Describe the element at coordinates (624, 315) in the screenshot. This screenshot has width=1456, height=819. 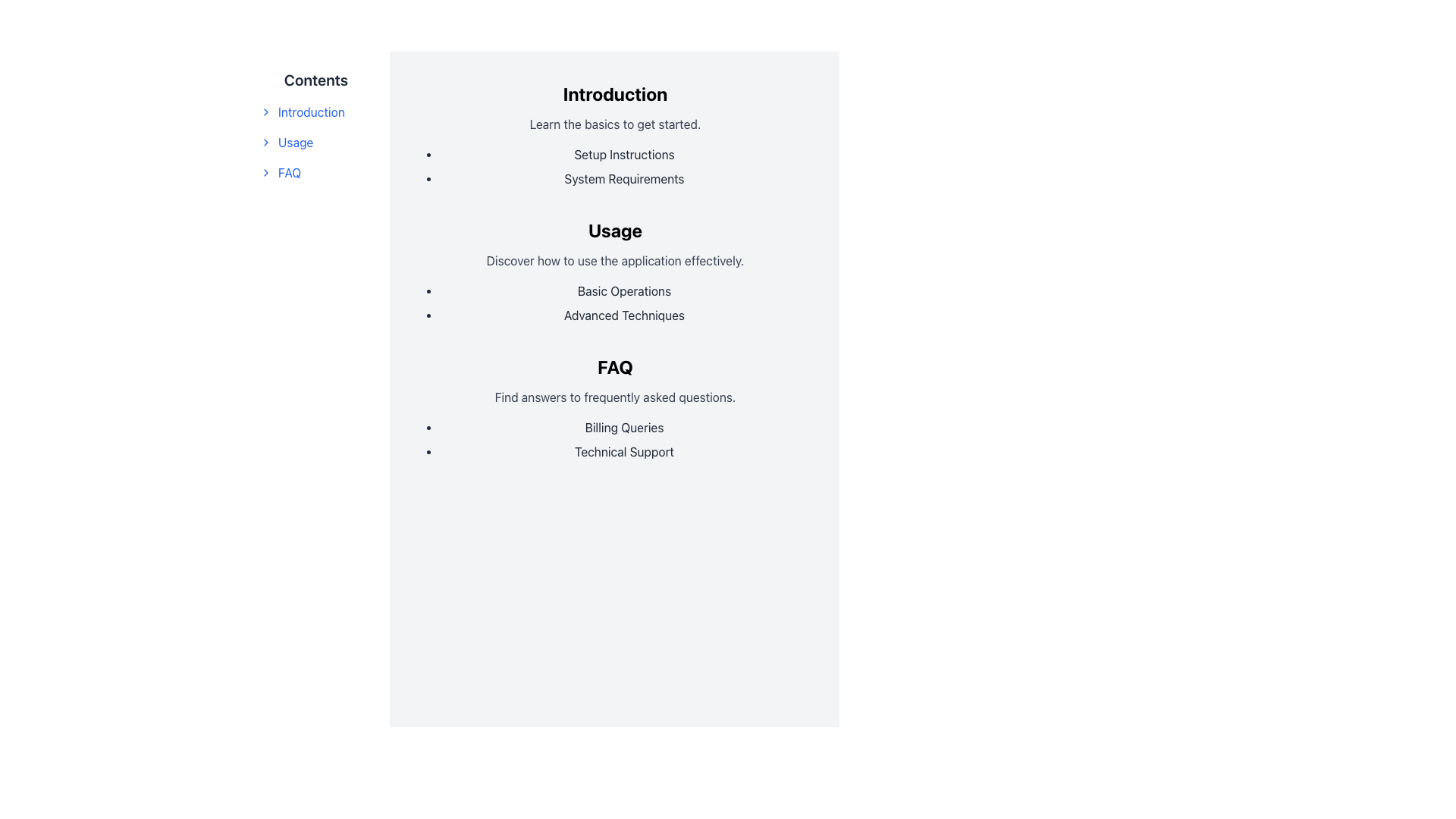
I see `text label that serves as a heading for advanced usage techniques, positioned under 'Basic Operations' and above 'FAQ'` at that location.